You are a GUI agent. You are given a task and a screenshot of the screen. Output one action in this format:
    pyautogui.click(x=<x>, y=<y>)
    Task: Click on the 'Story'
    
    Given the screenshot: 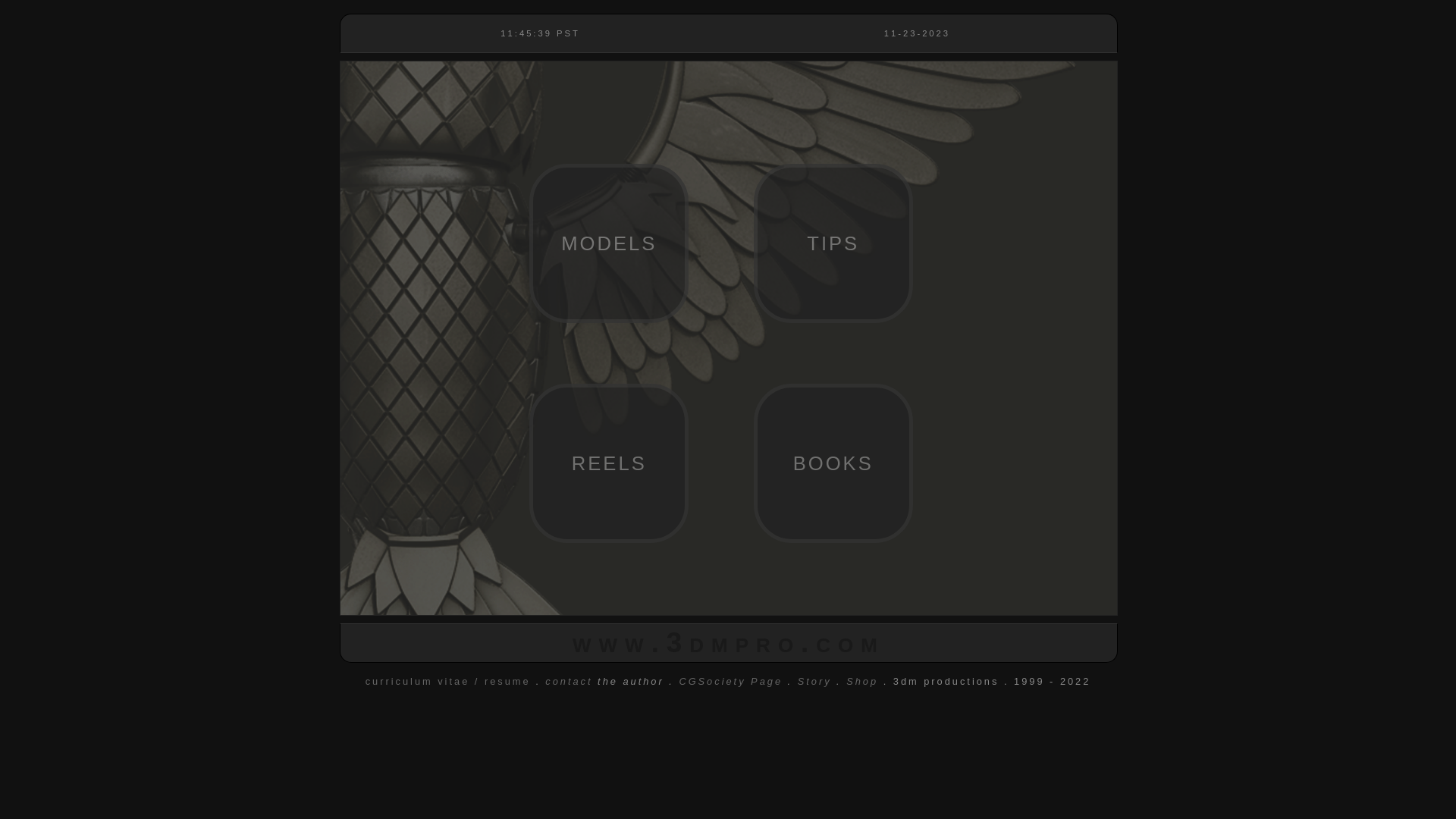 What is the action you would take?
    pyautogui.click(x=796, y=680)
    